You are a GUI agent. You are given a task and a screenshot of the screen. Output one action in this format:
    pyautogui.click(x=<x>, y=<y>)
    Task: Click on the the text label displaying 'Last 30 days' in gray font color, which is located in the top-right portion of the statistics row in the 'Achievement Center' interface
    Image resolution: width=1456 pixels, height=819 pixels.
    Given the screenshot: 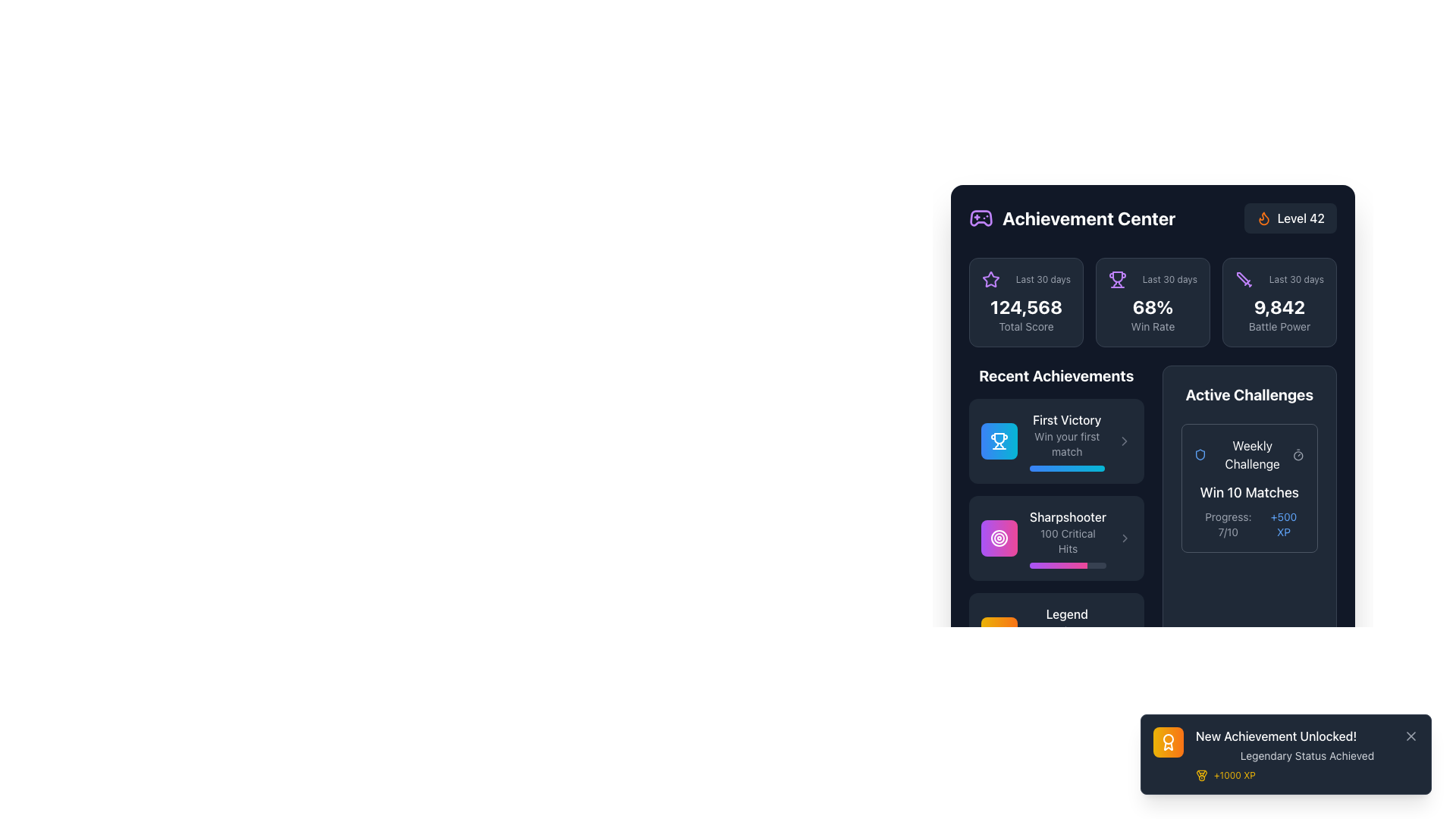 What is the action you would take?
    pyautogui.click(x=1295, y=280)
    